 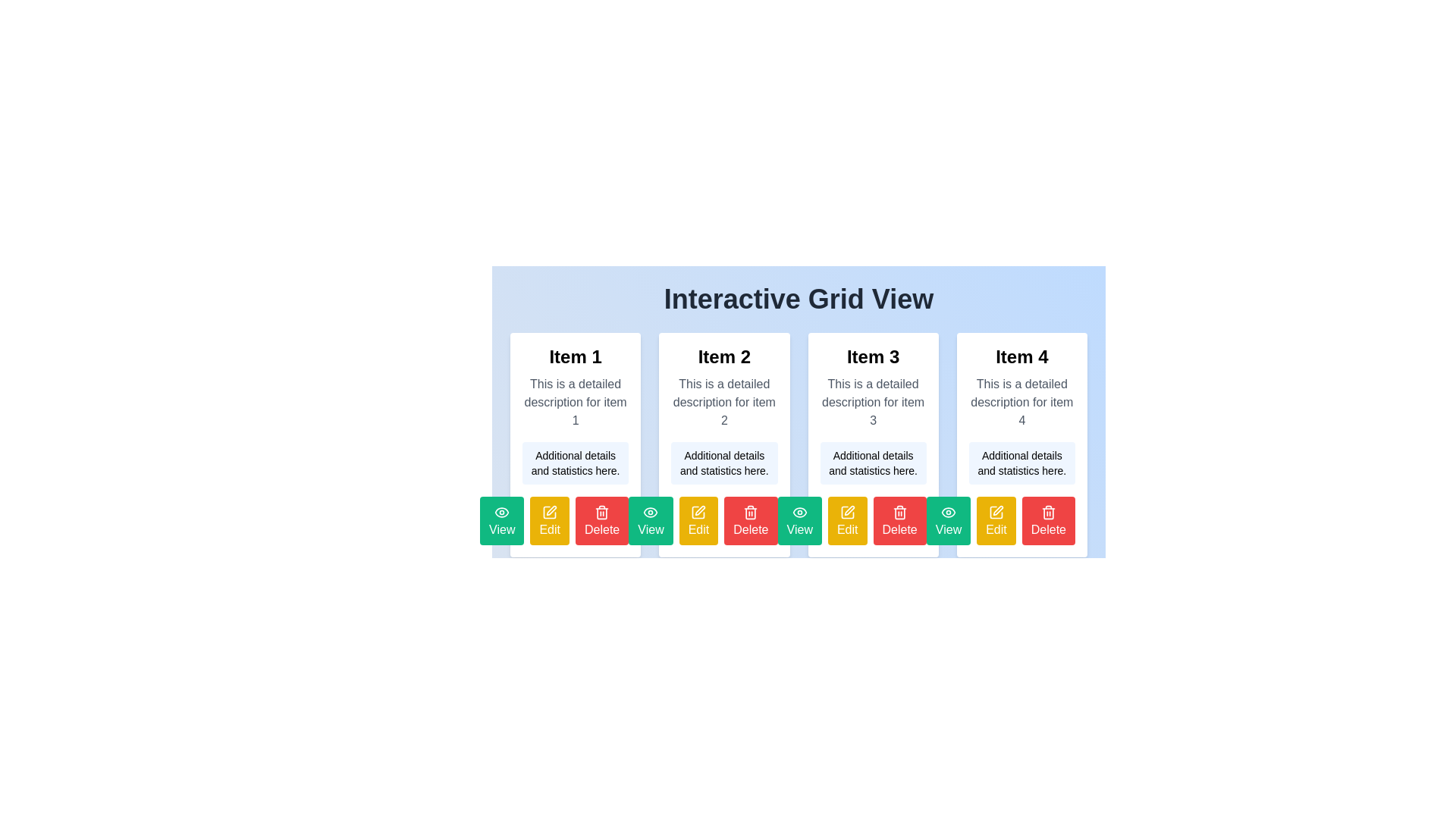 What do you see at coordinates (575, 356) in the screenshot?
I see `the textual header 'Item 1', which is styled with a large, bold font and located at the top of the first card in the grid layout` at bounding box center [575, 356].